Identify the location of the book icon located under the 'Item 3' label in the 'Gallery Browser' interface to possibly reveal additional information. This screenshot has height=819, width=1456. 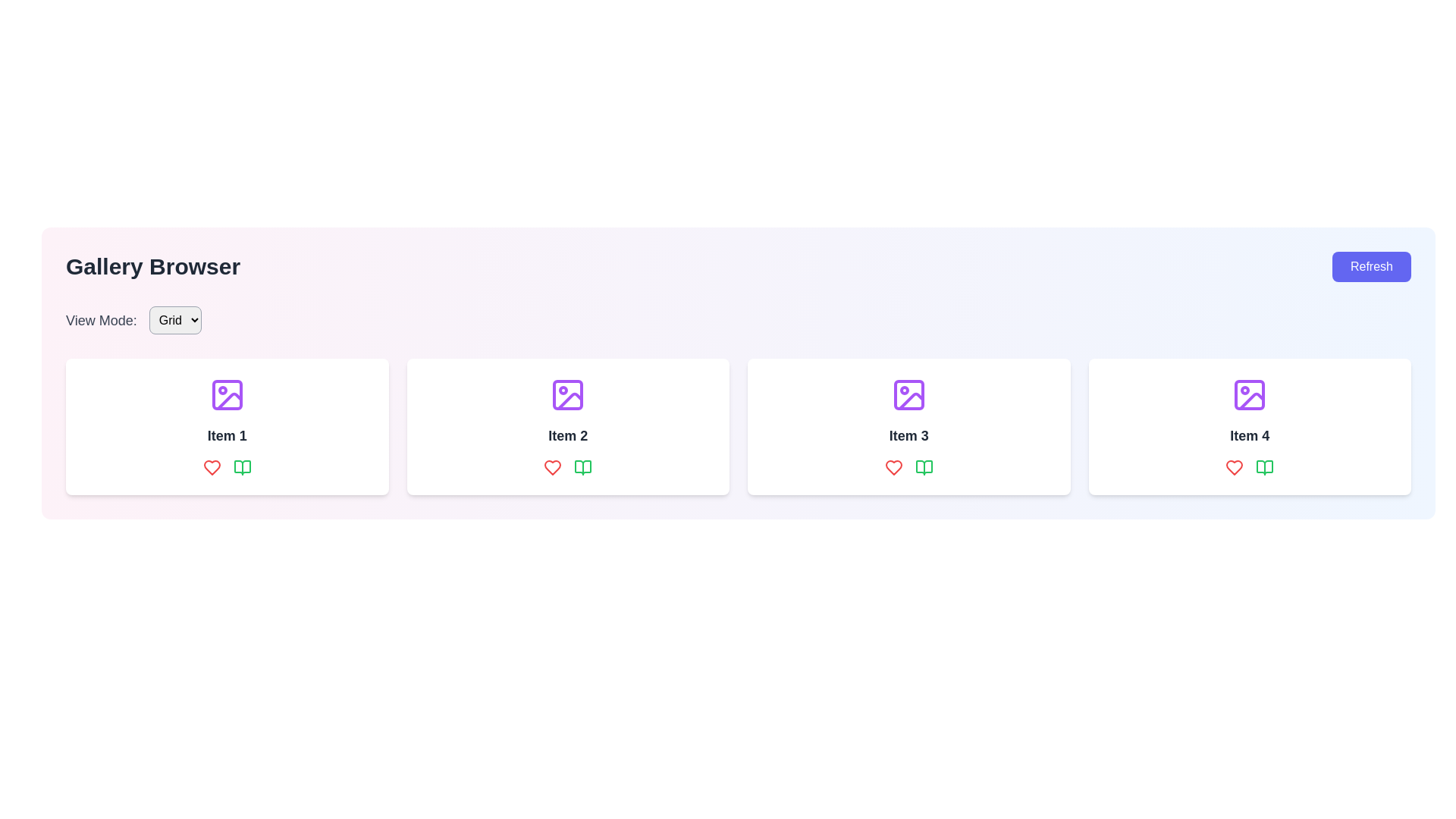
(923, 467).